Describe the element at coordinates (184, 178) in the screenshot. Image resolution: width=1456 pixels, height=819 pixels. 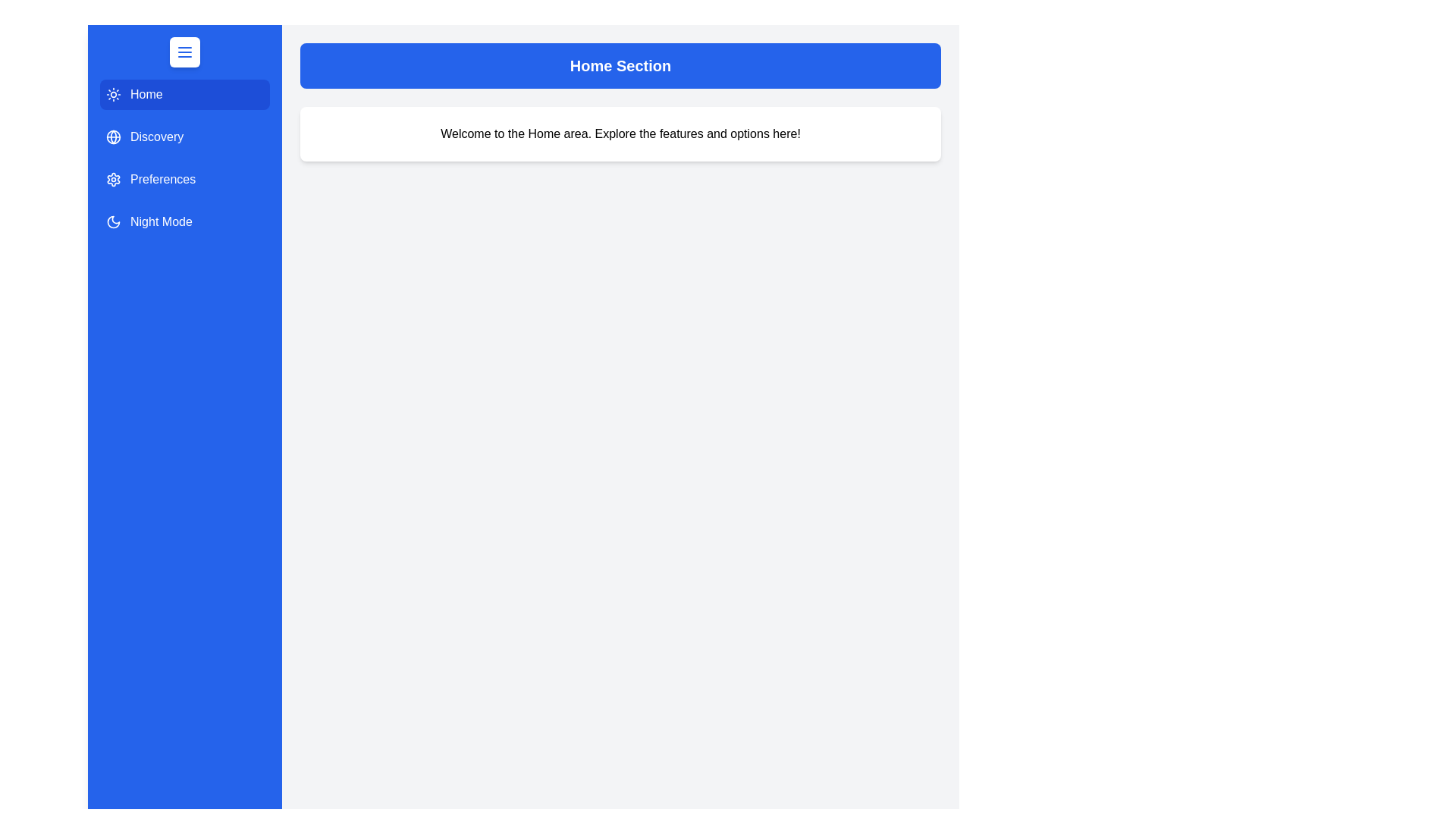
I see `the navigation section Preferences` at that location.